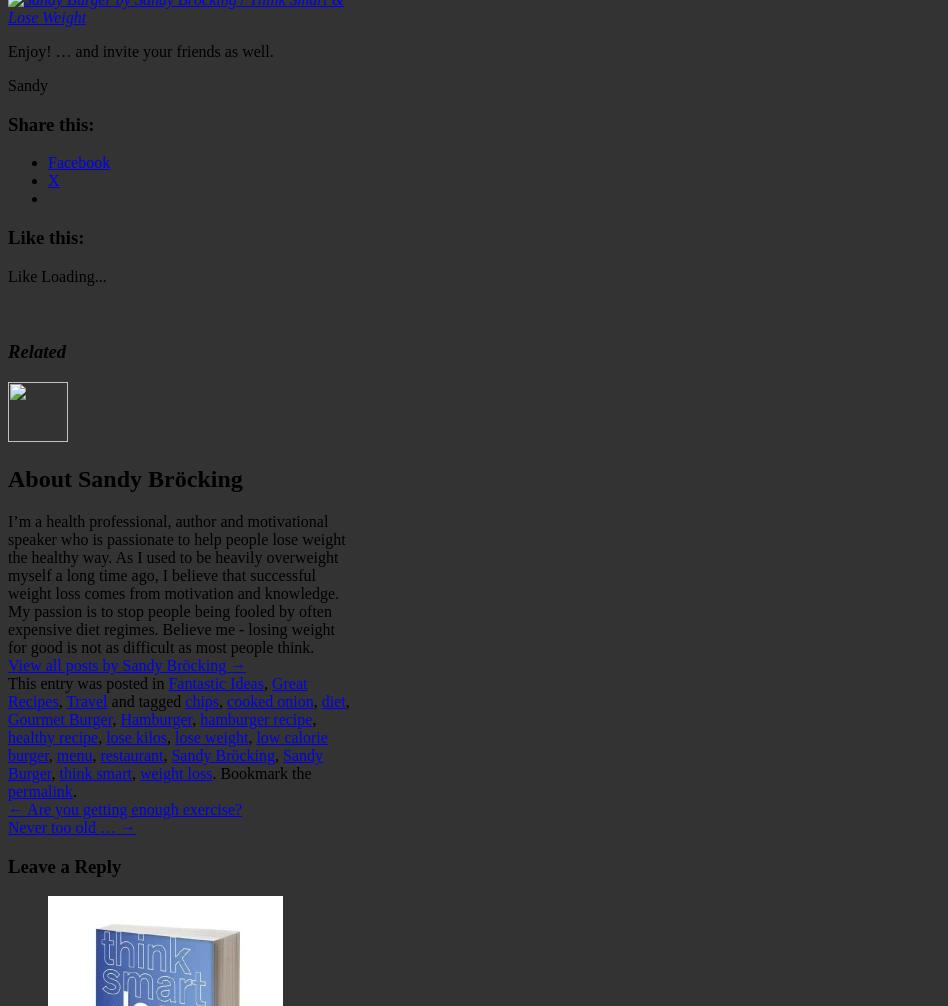 The height and width of the screenshot is (1006, 948). What do you see at coordinates (51, 123) in the screenshot?
I see `'Share this:'` at bounding box center [51, 123].